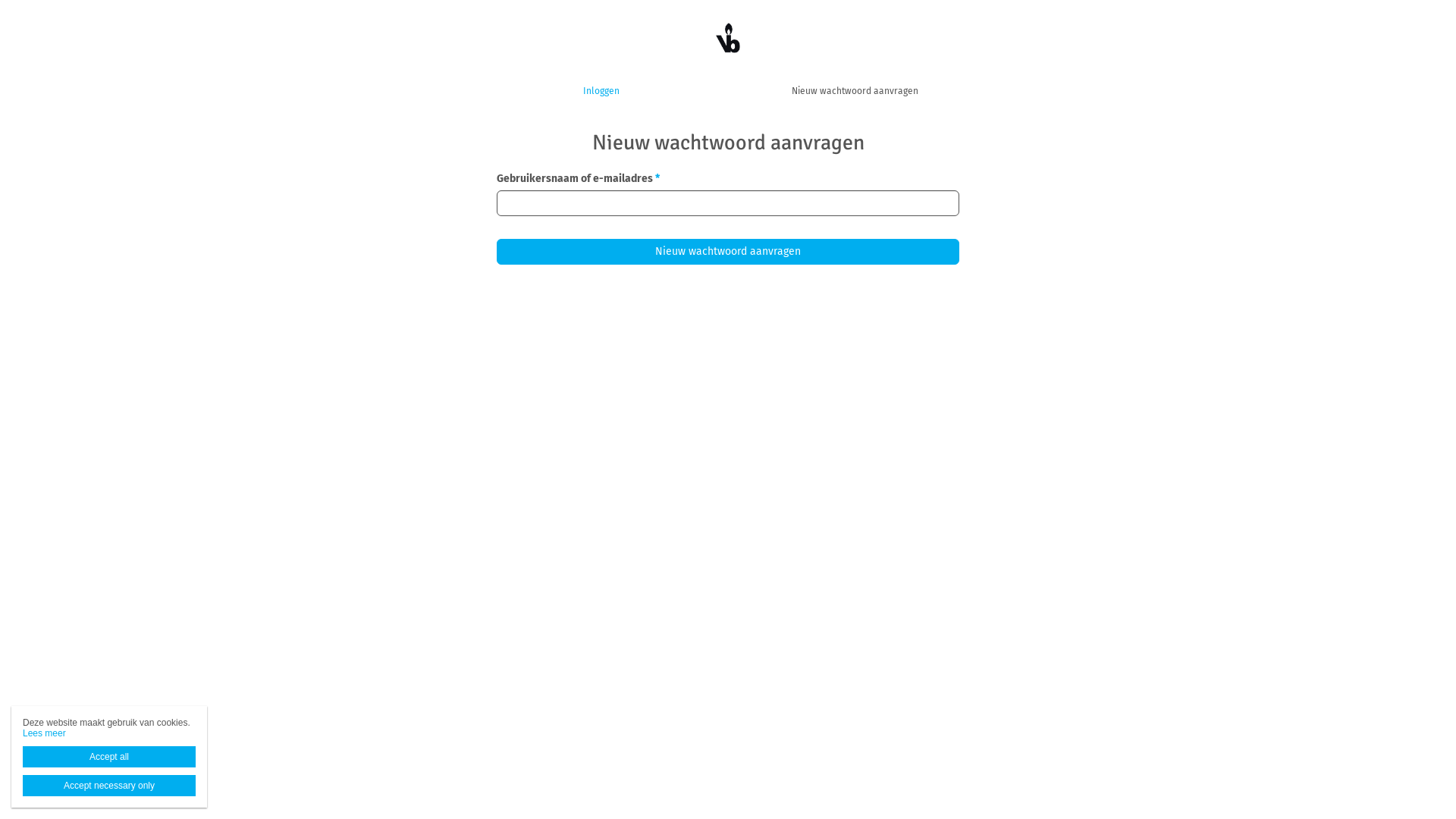 The height and width of the screenshot is (819, 1456). What do you see at coordinates (600, 90) in the screenshot?
I see `'Inloggen'` at bounding box center [600, 90].